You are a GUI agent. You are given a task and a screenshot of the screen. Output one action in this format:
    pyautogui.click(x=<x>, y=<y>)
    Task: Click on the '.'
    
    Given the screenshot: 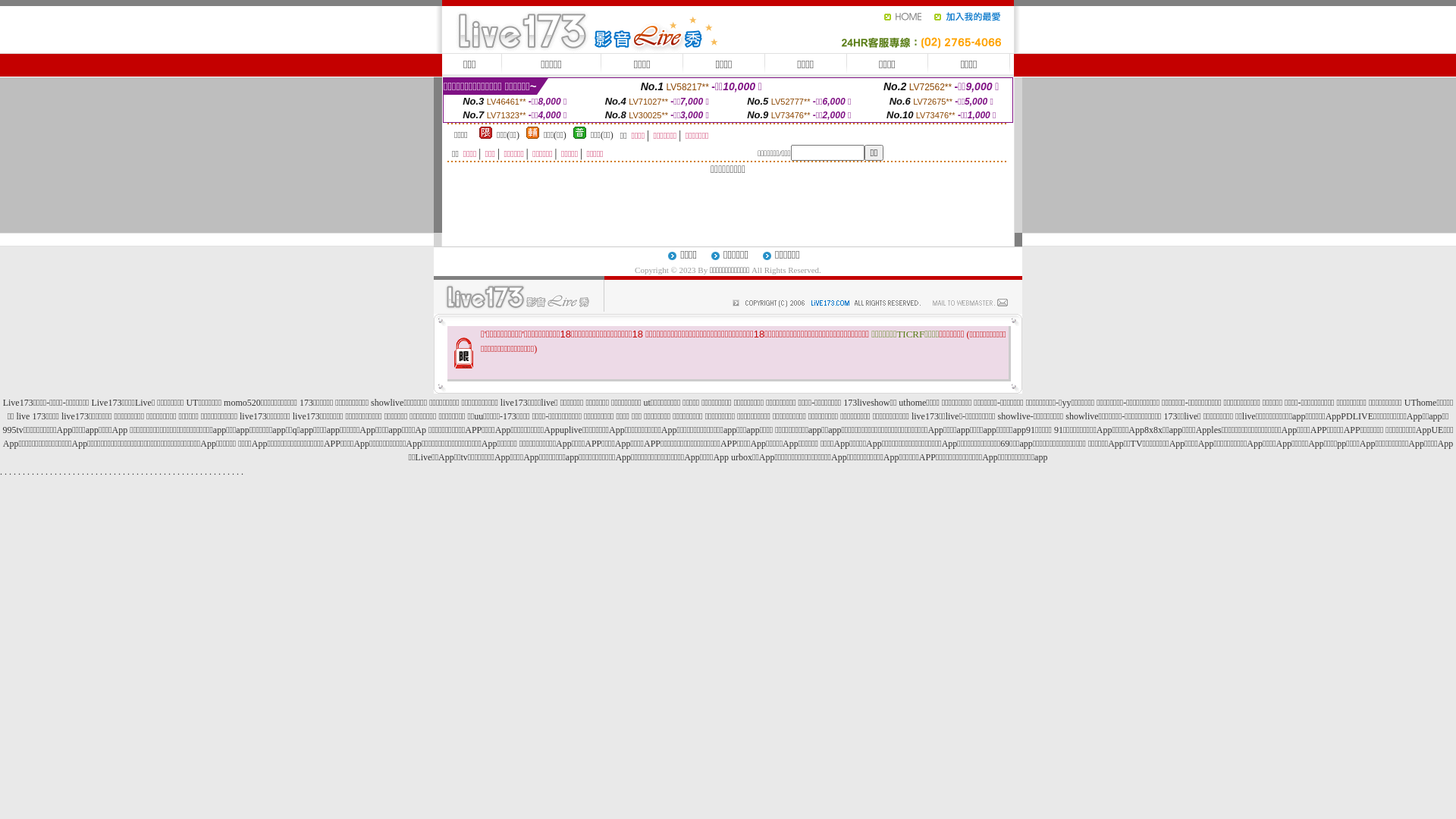 What is the action you would take?
    pyautogui.click(x=114, y=470)
    